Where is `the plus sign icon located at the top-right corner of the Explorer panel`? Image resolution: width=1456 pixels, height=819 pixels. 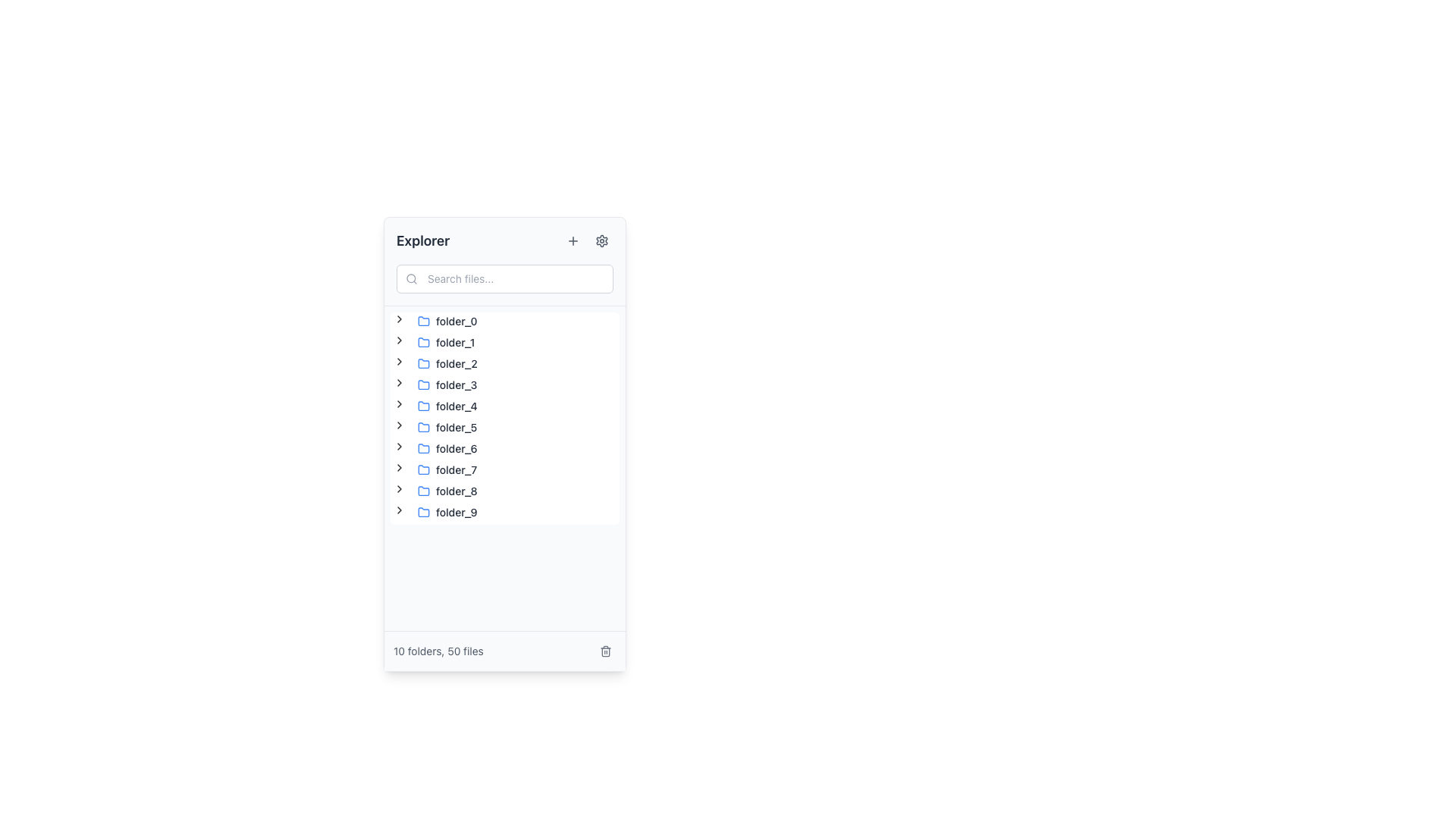
the plus sign icon located at the top-right corner of the Explorer panel is located at coordinates (572, 240).